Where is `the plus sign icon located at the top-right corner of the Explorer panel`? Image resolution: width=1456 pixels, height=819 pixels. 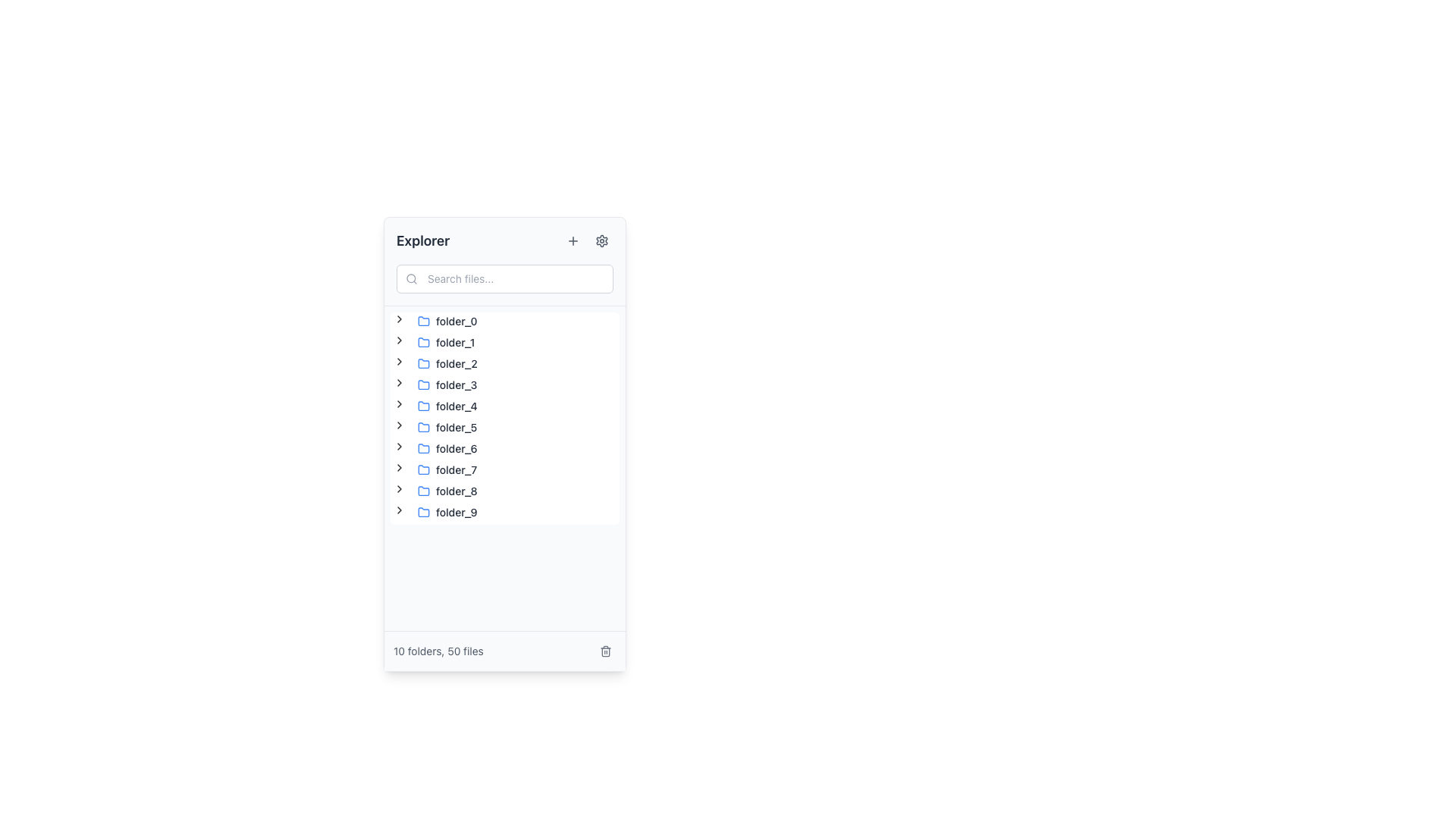
the plus sign icon located at the top-right corner of the Explorer panel is located at coordinates (572, 240).